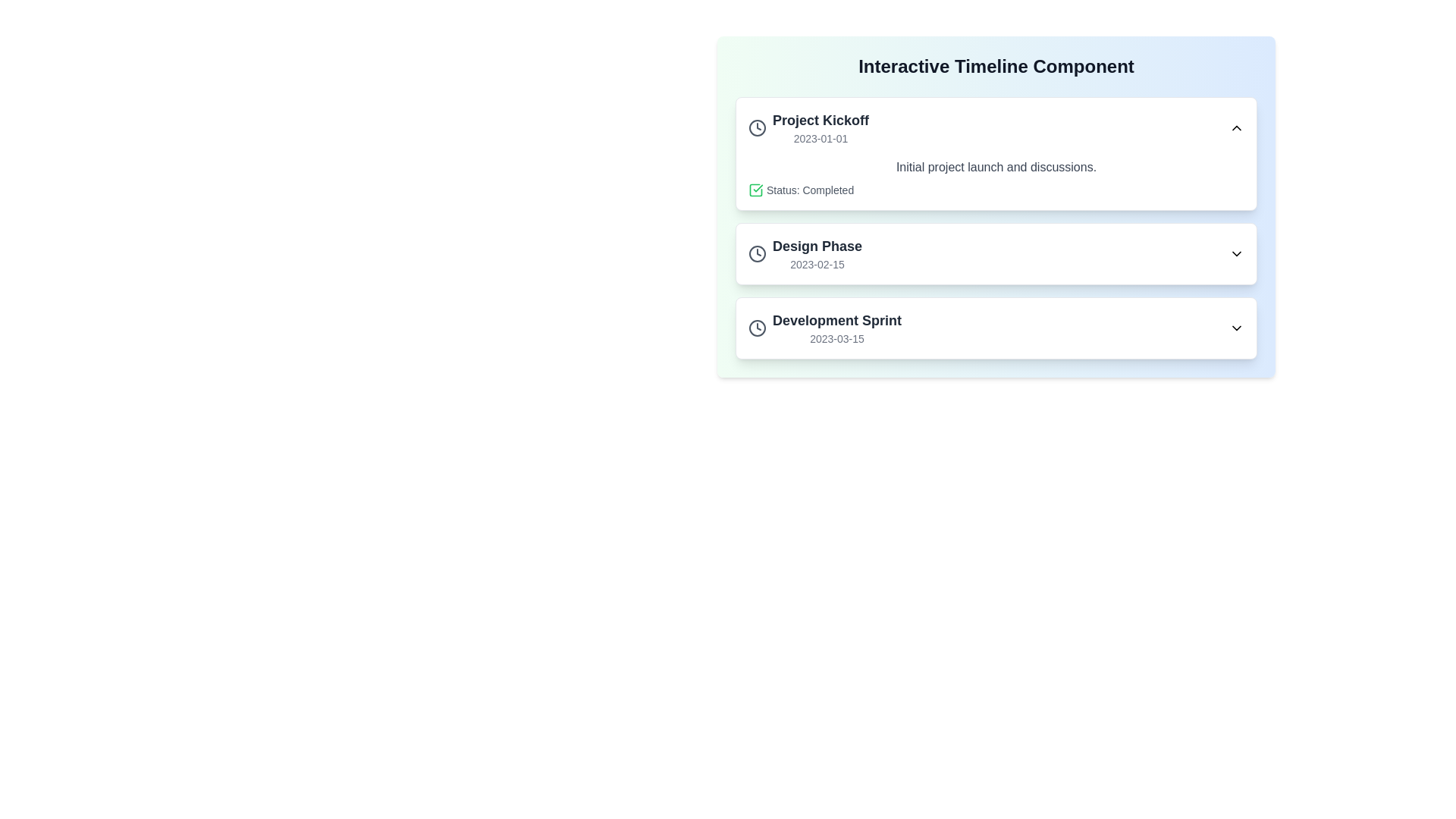 Image resolution: width=1456 pixels, height=819 pixels. What do you see at coordinates (1237, 127) in the screenshot?
I see `the small upward-facing black chevron icon located to the right of the text 'Project Kickoff'` at bounding box center [1237, 127].